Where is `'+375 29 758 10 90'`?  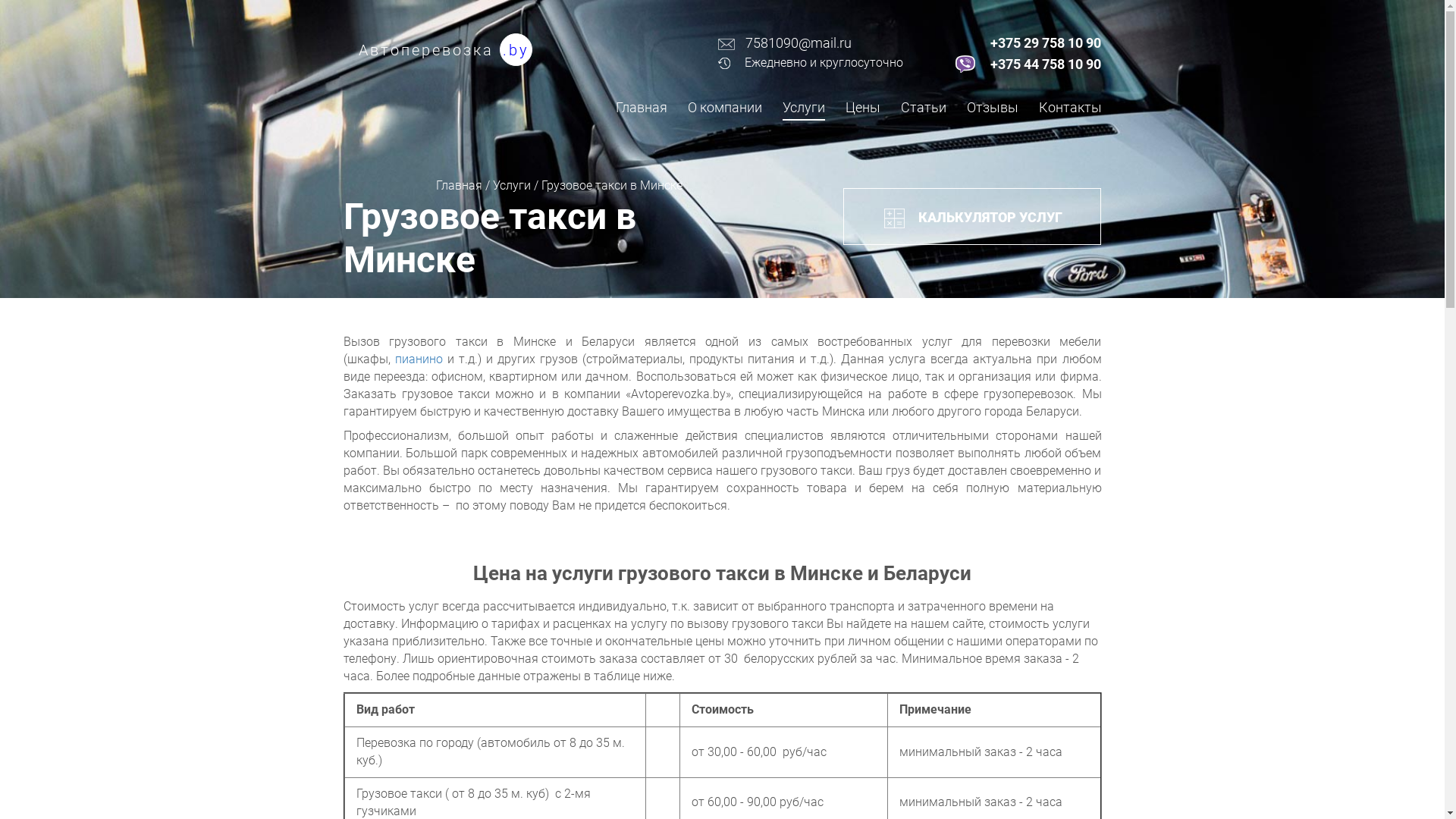
'+375 29 758 10 90' is located at coordinates (1044, 42).